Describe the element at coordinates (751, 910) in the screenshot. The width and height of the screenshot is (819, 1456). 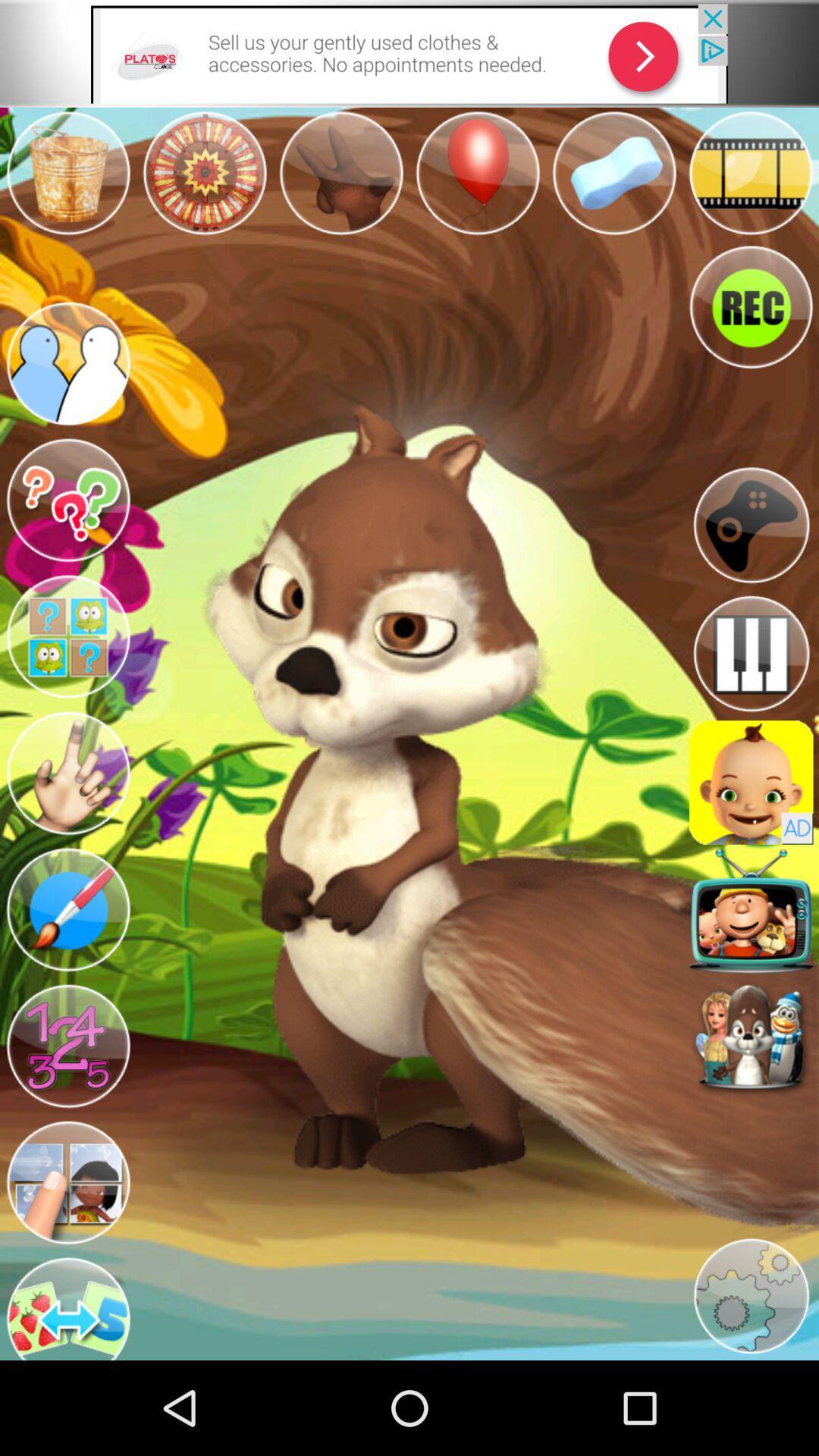
I see `app button` at that location.